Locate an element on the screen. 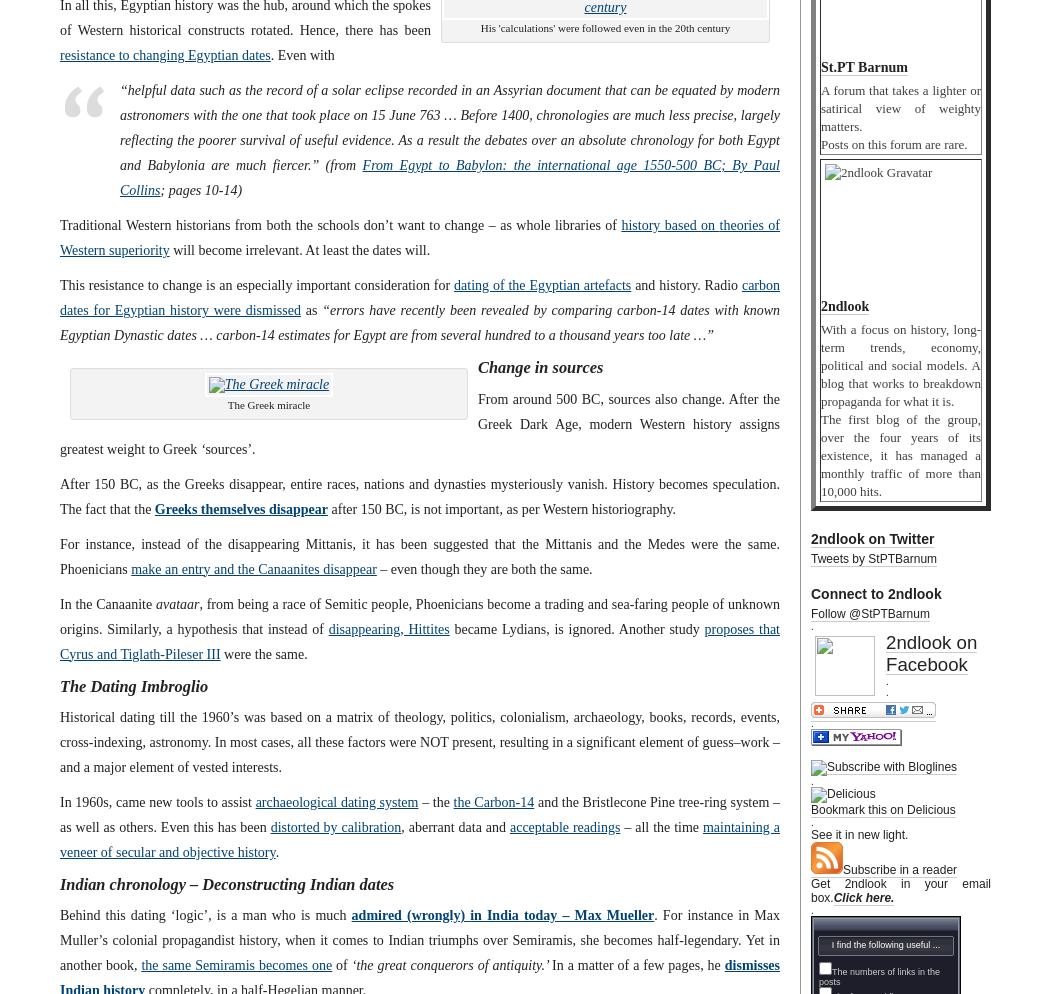  'Connect to 2ndlook' is located at coordinates (875, 594).